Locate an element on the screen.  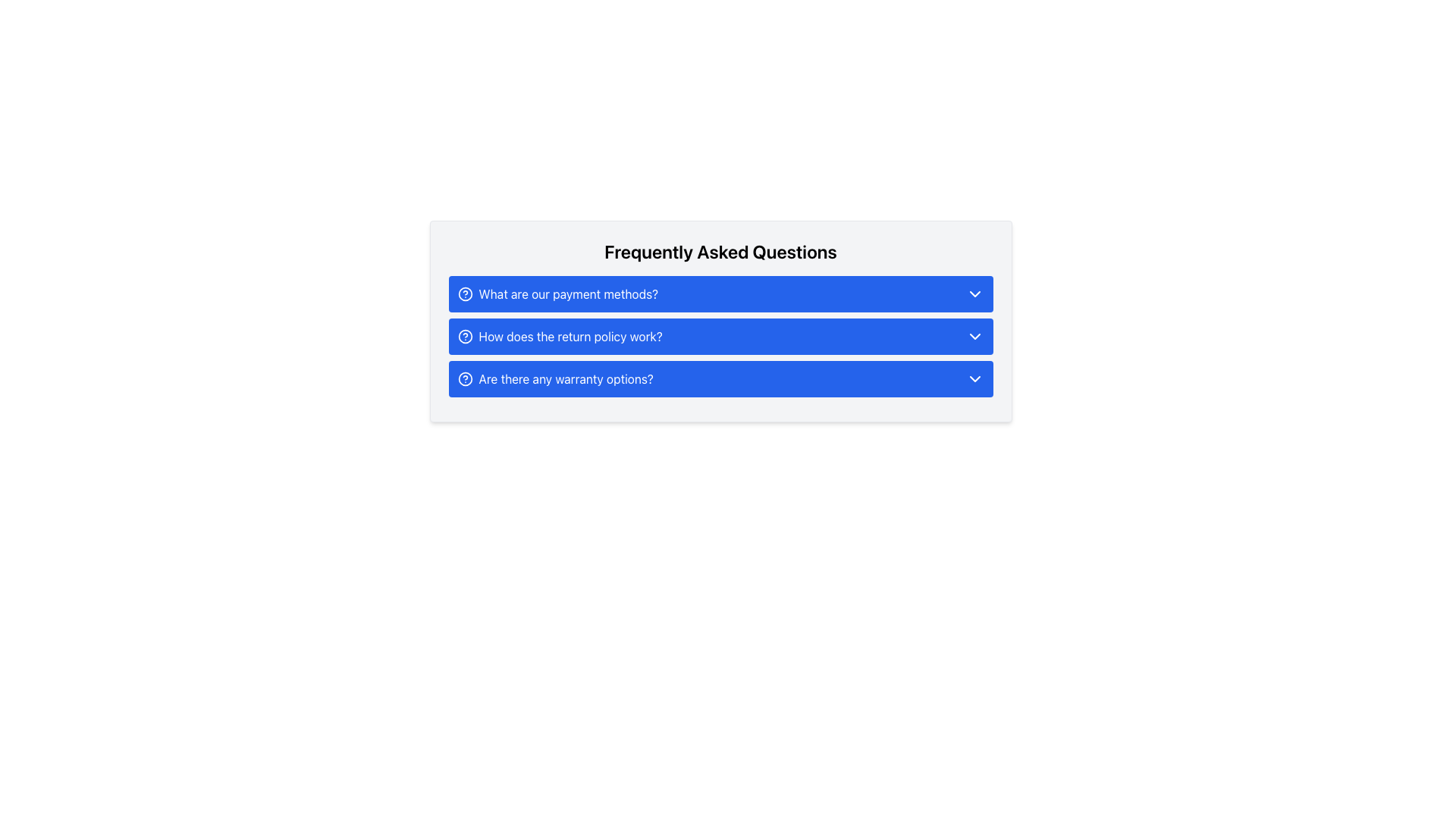
the text label 'How does the return policy work?' styled in white text on a blue background is located at coordinates (570, 335).